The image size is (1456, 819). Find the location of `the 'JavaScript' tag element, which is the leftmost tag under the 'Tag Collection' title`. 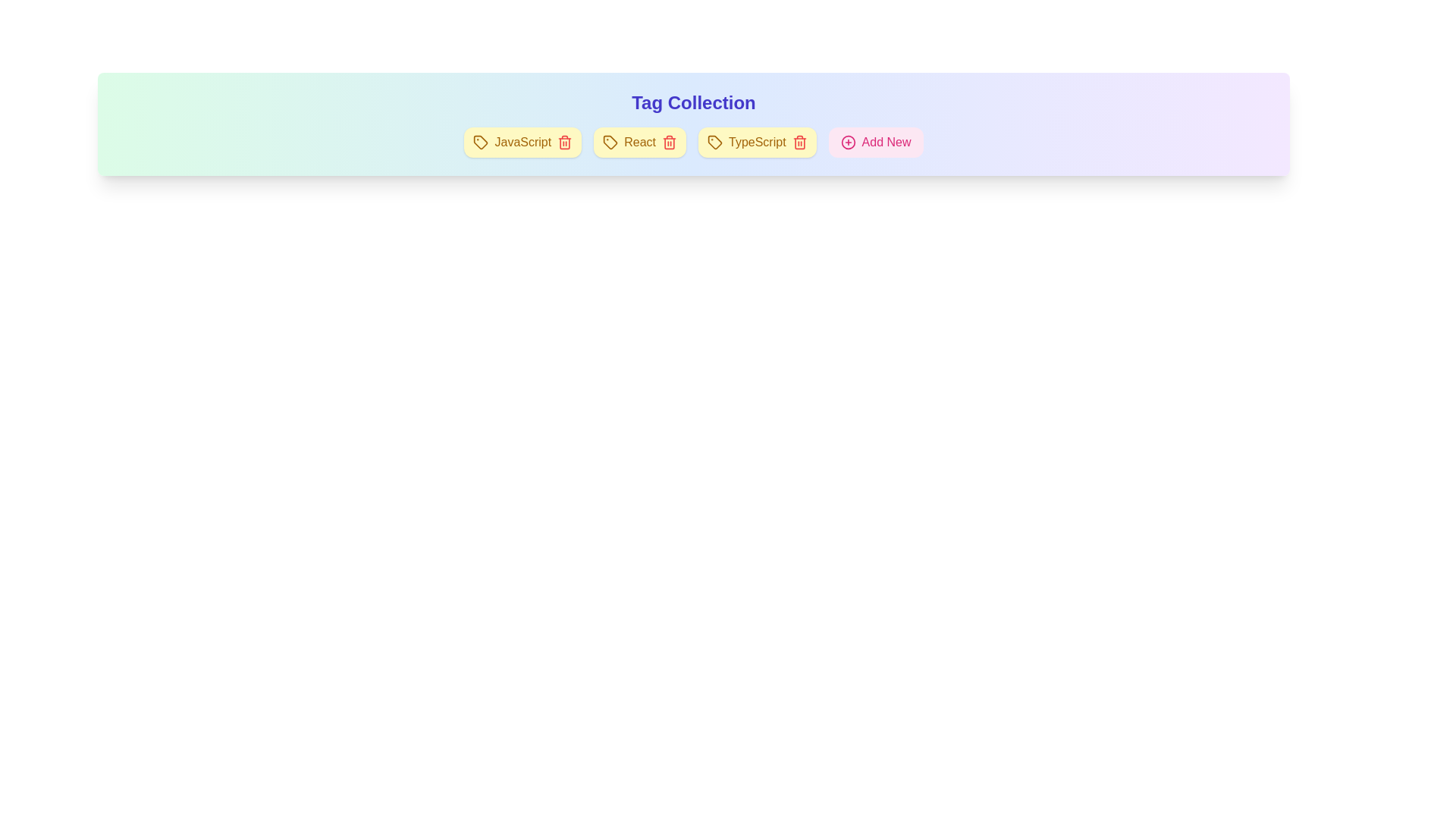

the 'JavaScript' tag element, which is the leftmost tag under the 'Tag Collection' title is located at coordinates (522, 143).